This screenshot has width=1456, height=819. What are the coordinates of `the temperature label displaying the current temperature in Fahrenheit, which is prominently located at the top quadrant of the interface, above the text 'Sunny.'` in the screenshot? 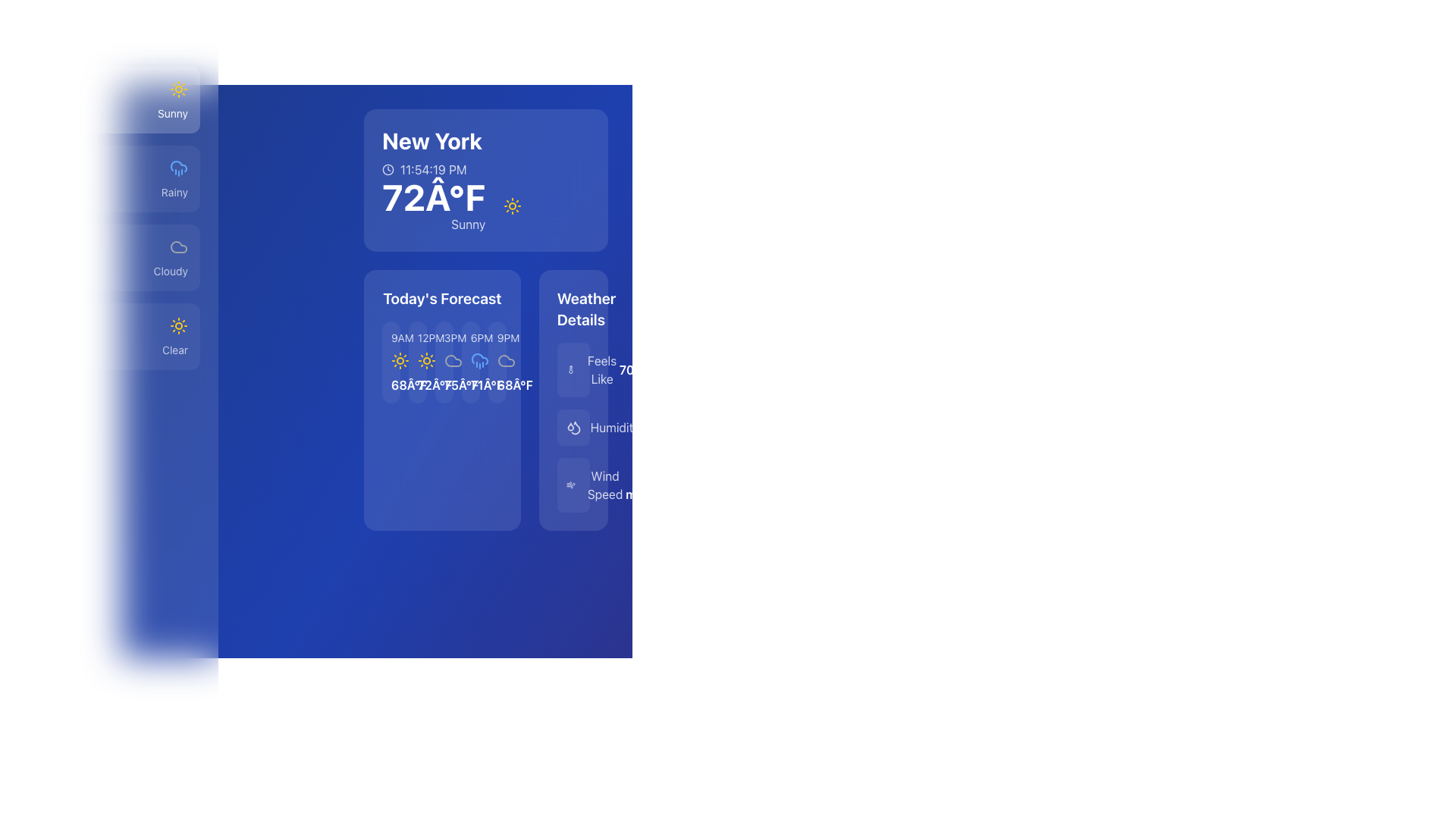 It's located at (433, 196).